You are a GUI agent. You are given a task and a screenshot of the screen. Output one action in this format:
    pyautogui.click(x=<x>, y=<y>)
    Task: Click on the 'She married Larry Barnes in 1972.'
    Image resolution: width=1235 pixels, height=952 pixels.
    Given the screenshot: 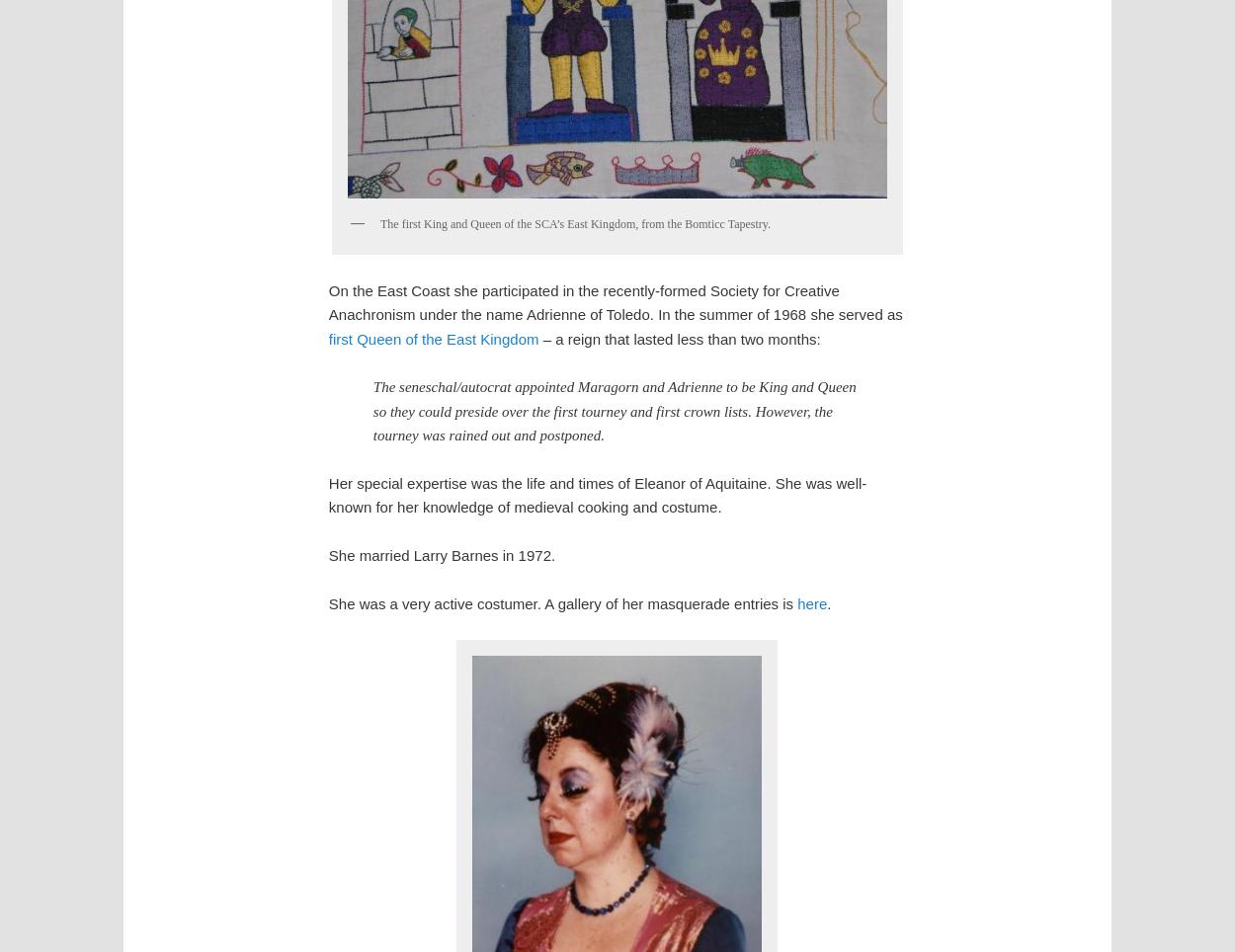 What is the action you would take?
    pyautogui.click(x=440, y=554)
    